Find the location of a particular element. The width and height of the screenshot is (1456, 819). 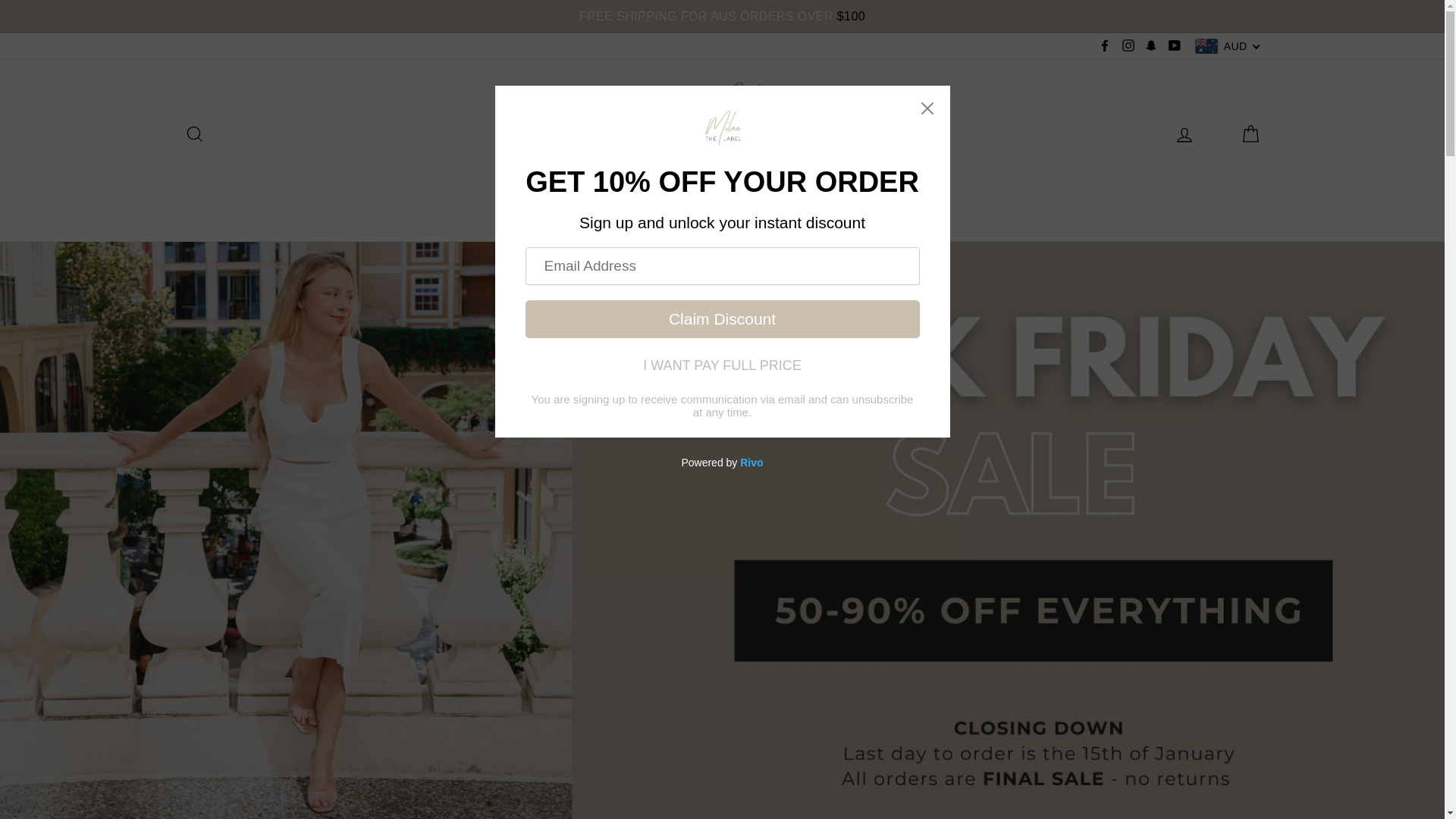

'Log in' is located at coordinates (1183, 132).